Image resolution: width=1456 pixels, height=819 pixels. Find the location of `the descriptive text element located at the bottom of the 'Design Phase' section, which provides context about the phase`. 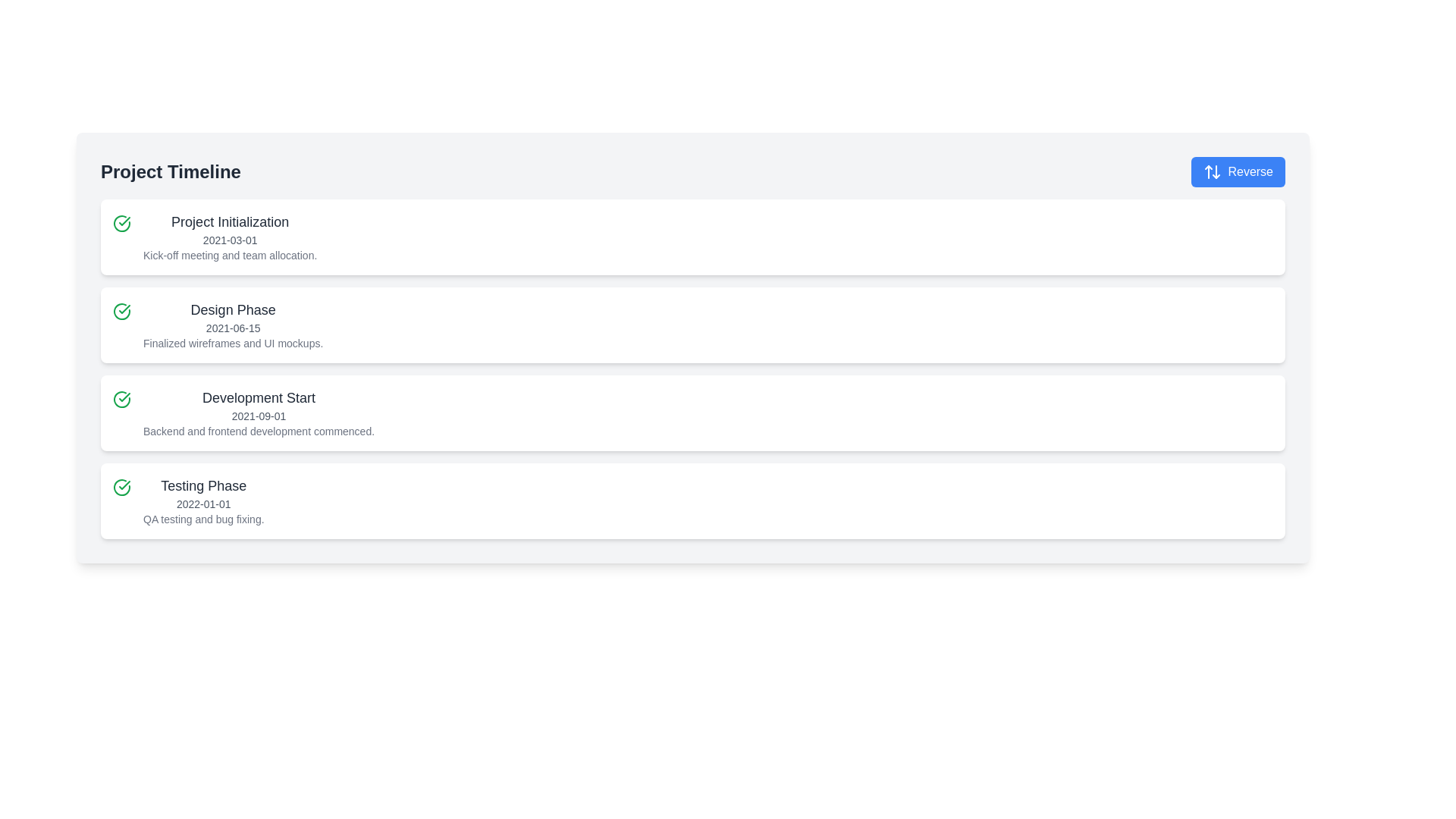

the descriptive text element located at the bottom of the 'Design Phase' section, which provides context about the phase is located at coordinates (232, 343).